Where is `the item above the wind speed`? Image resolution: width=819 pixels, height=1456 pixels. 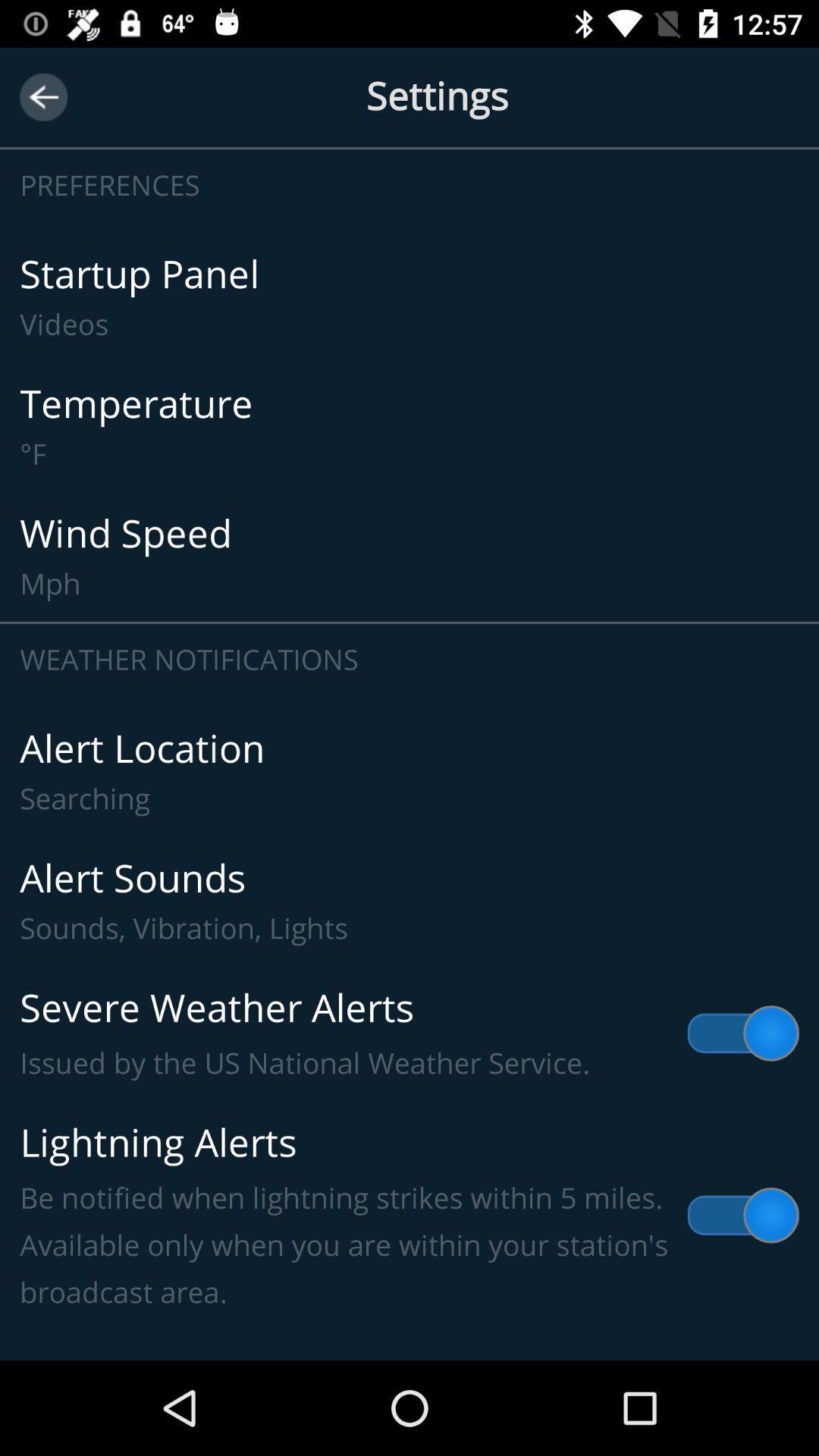
the item above the wind speed is located at coordinates (409, 426).